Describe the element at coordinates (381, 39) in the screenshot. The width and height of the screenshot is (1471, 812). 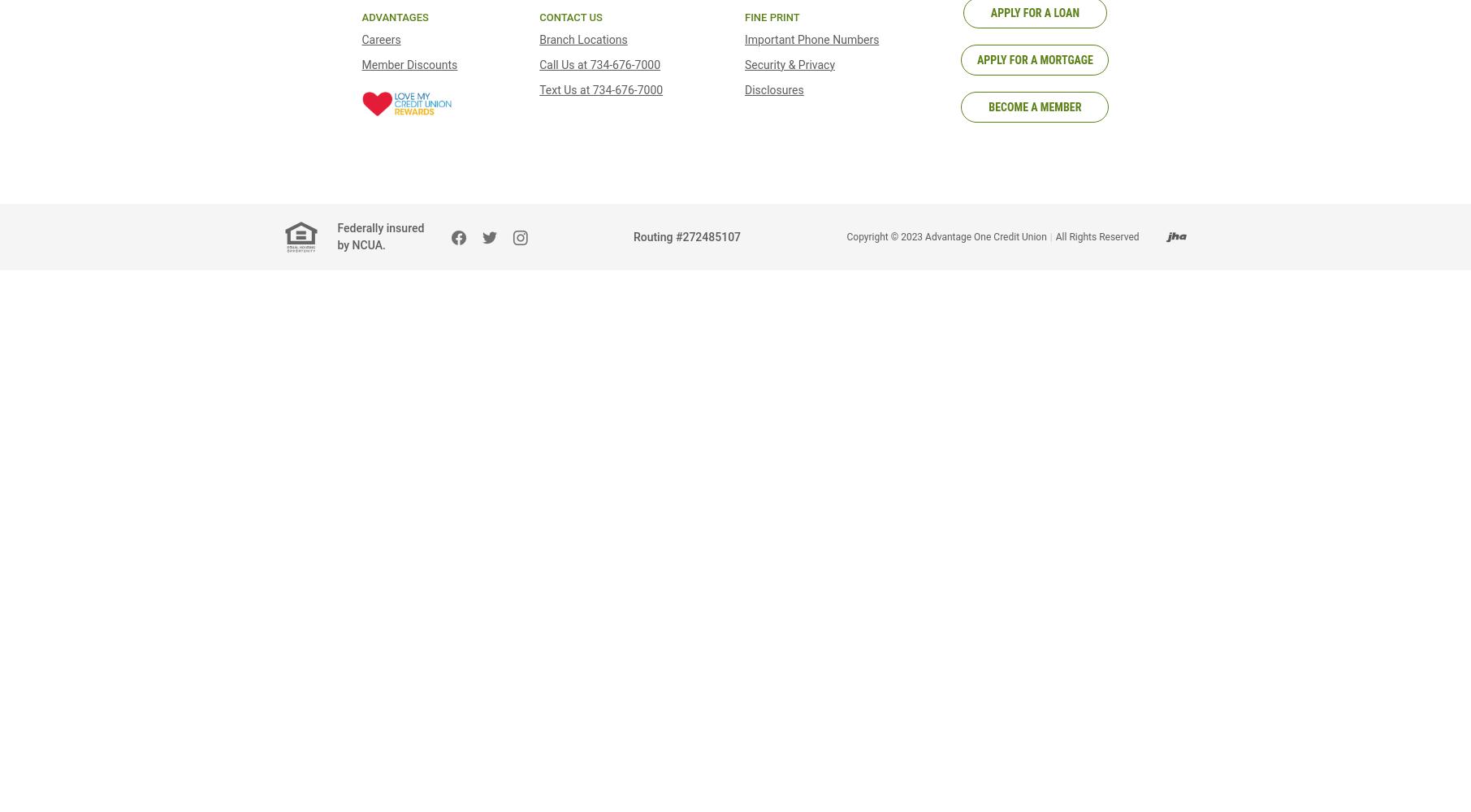
I see `'Careers'` at that location.